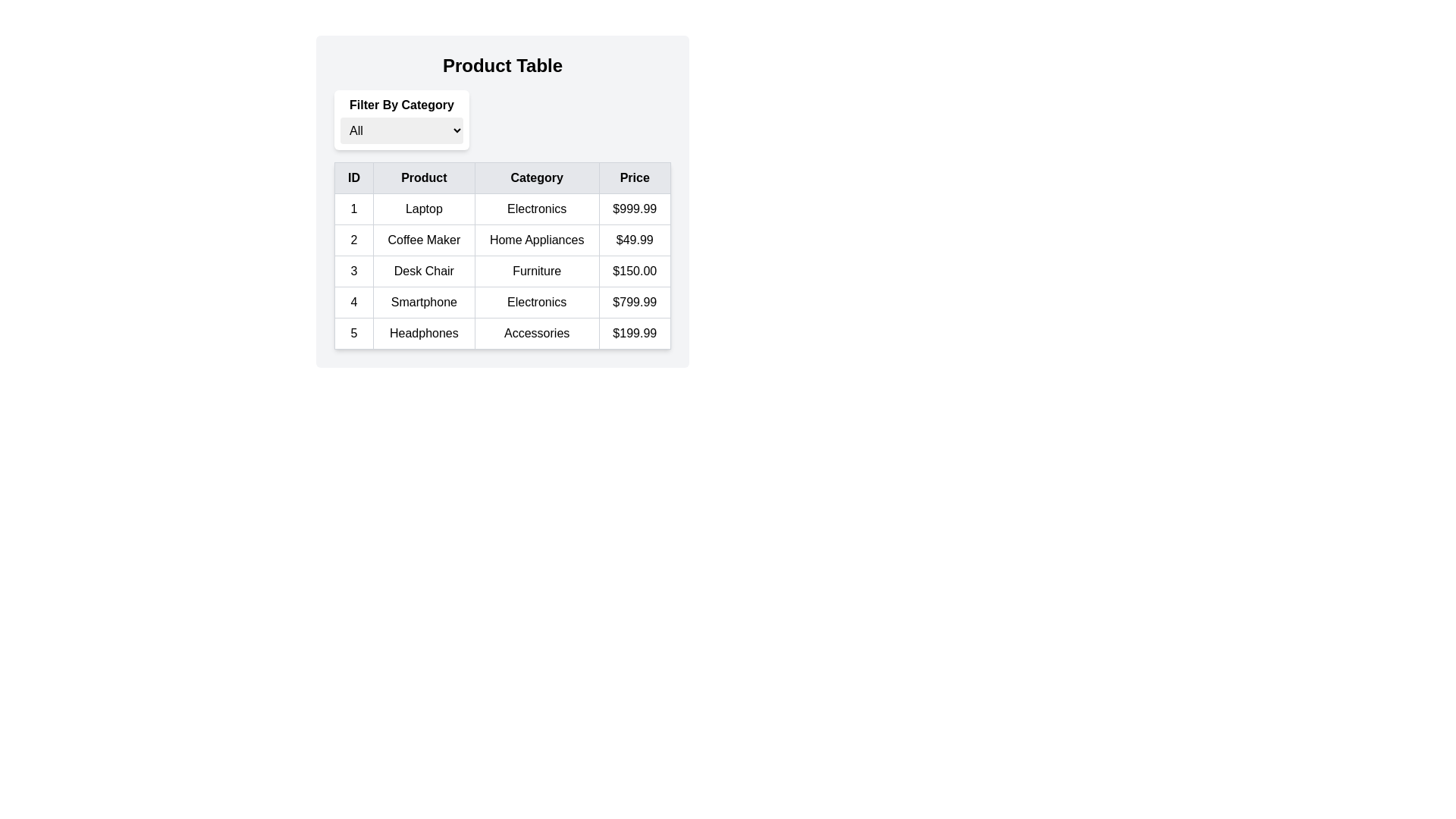 The image size is (1456, 819). I want to click on the static text displaying the price of the item, located in the fourth column of the first row of the table, so click(635, 209).